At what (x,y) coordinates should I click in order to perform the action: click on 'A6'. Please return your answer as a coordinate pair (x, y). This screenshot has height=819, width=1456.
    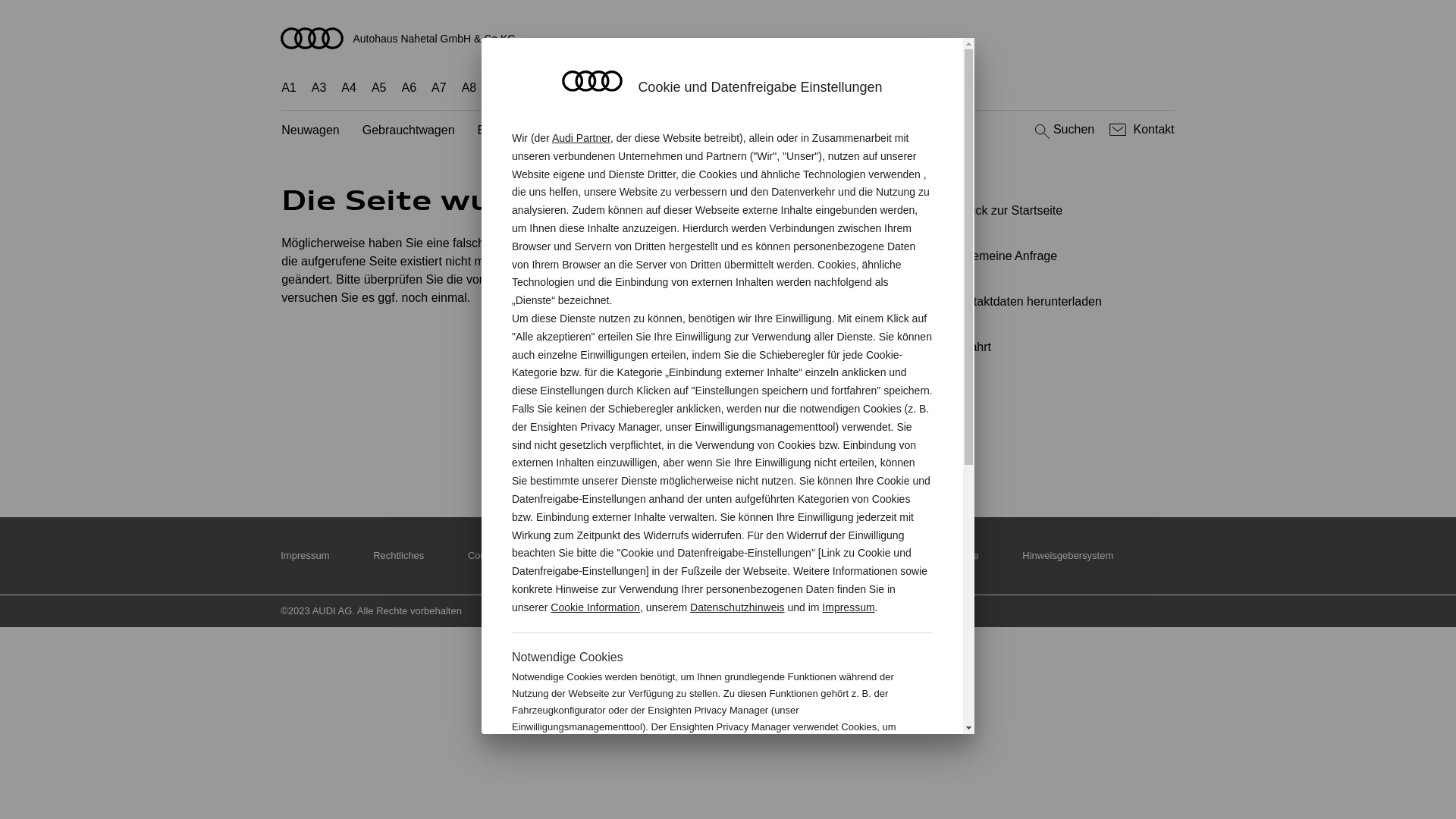
    Looking at the image, I should click on (409, 87).